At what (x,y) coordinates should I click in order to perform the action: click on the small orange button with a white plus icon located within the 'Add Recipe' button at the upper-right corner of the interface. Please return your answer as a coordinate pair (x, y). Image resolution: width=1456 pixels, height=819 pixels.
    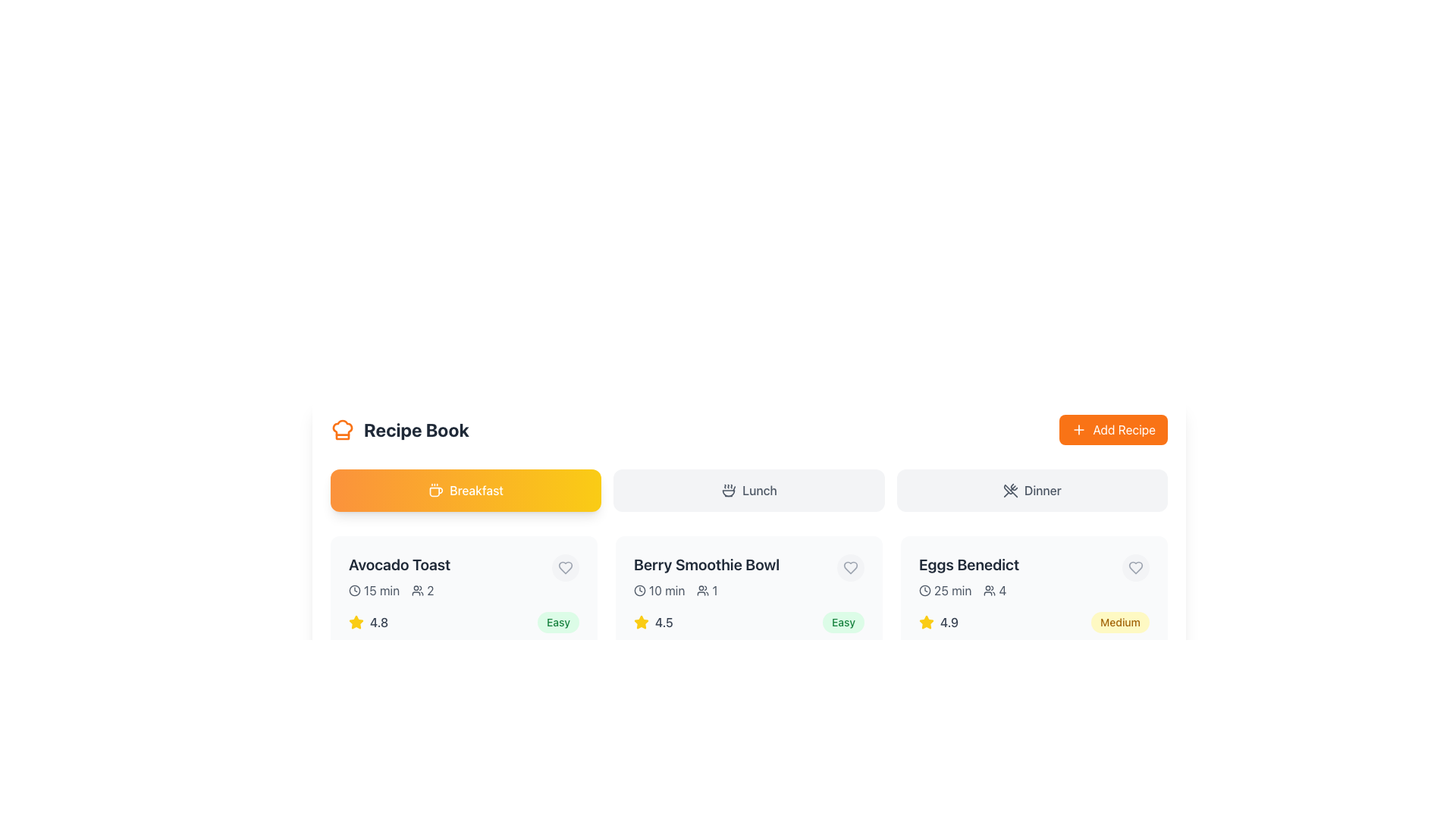
    Looking at the image, I should click on (1078, 430).